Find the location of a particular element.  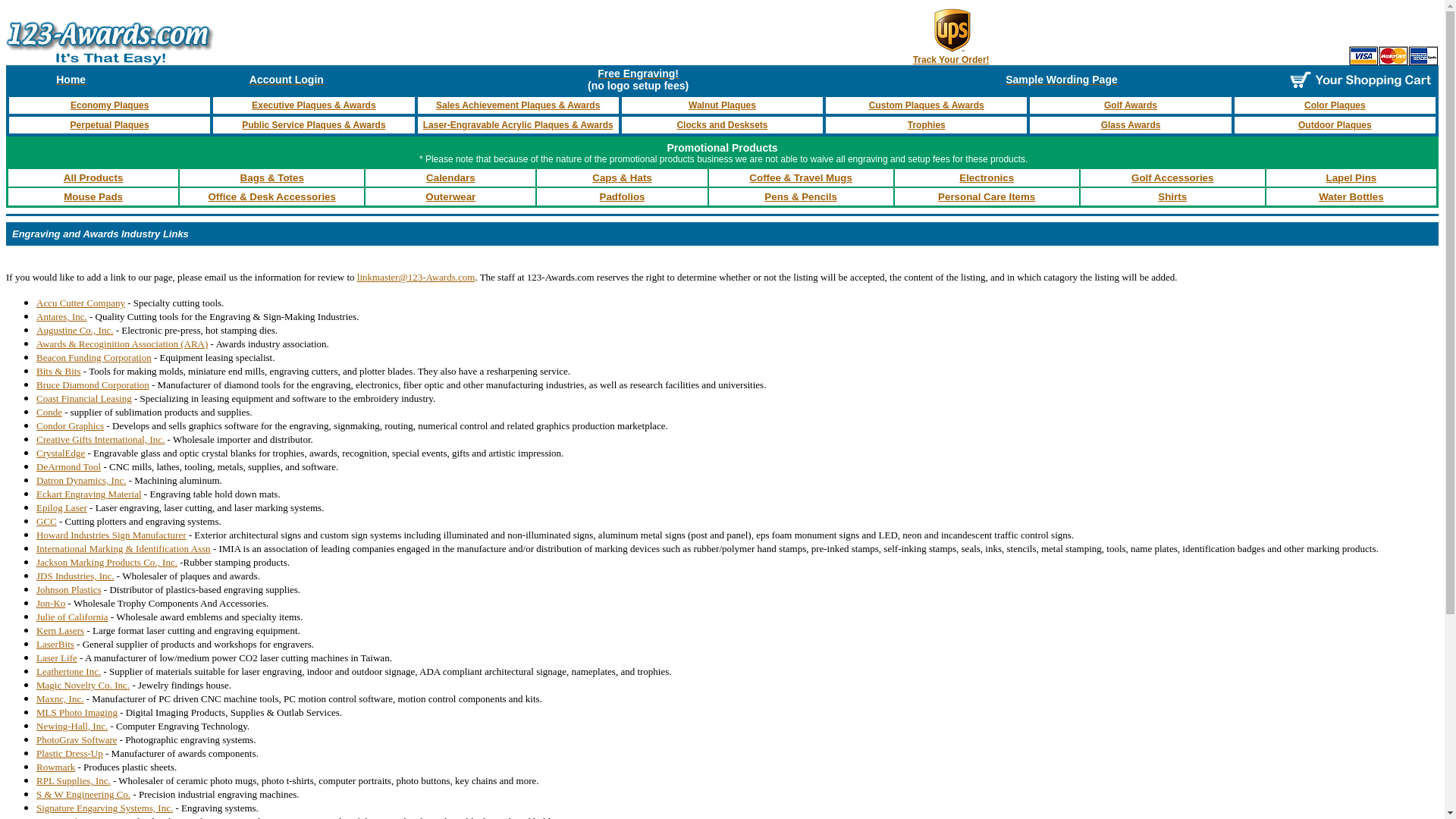

'Home' is located at coordinates (70, 79).